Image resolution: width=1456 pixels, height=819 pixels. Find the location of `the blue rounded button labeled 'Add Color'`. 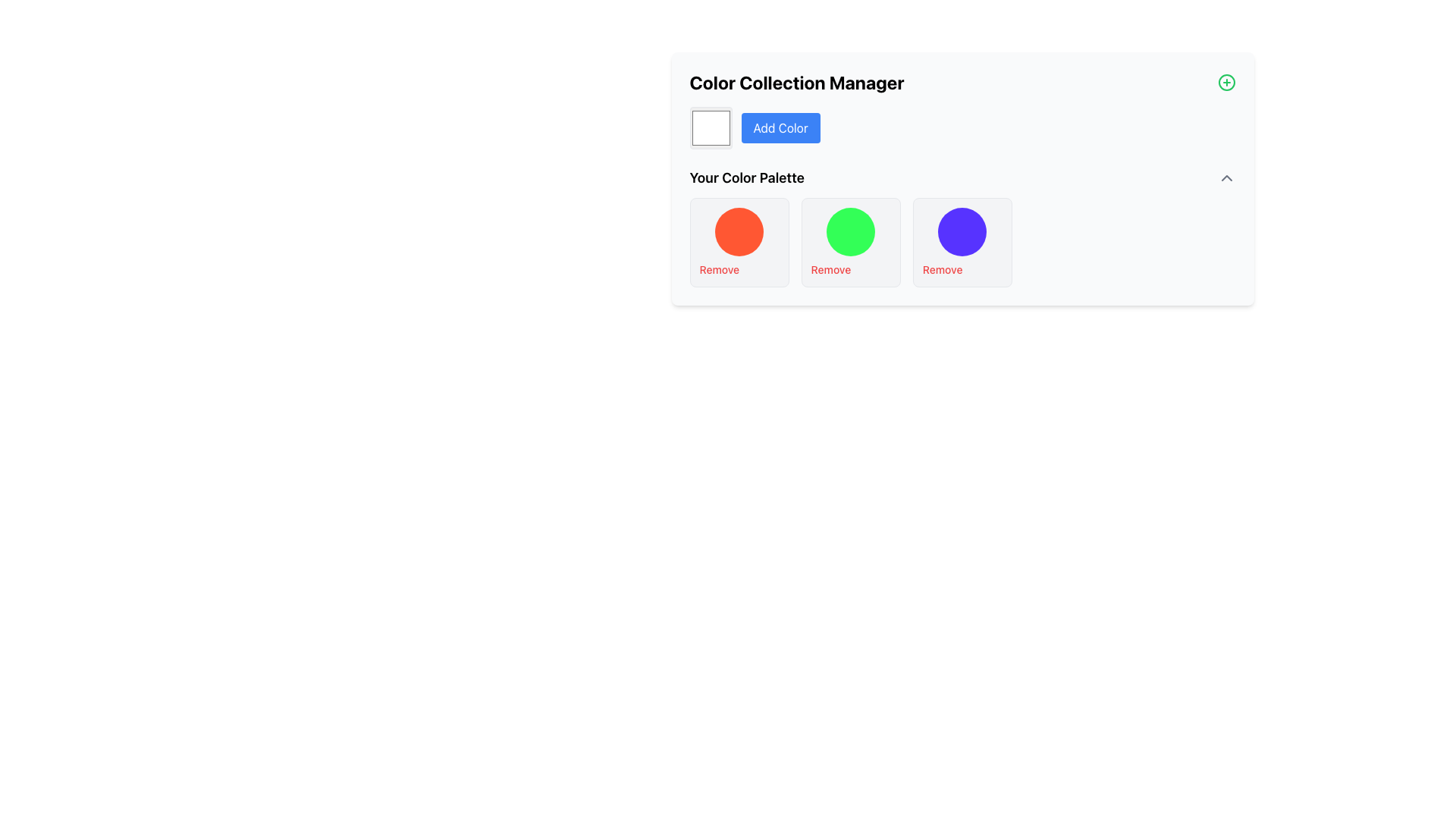

the blue rounded button labeled 'Add Color' is located at coordinates (780, 127).